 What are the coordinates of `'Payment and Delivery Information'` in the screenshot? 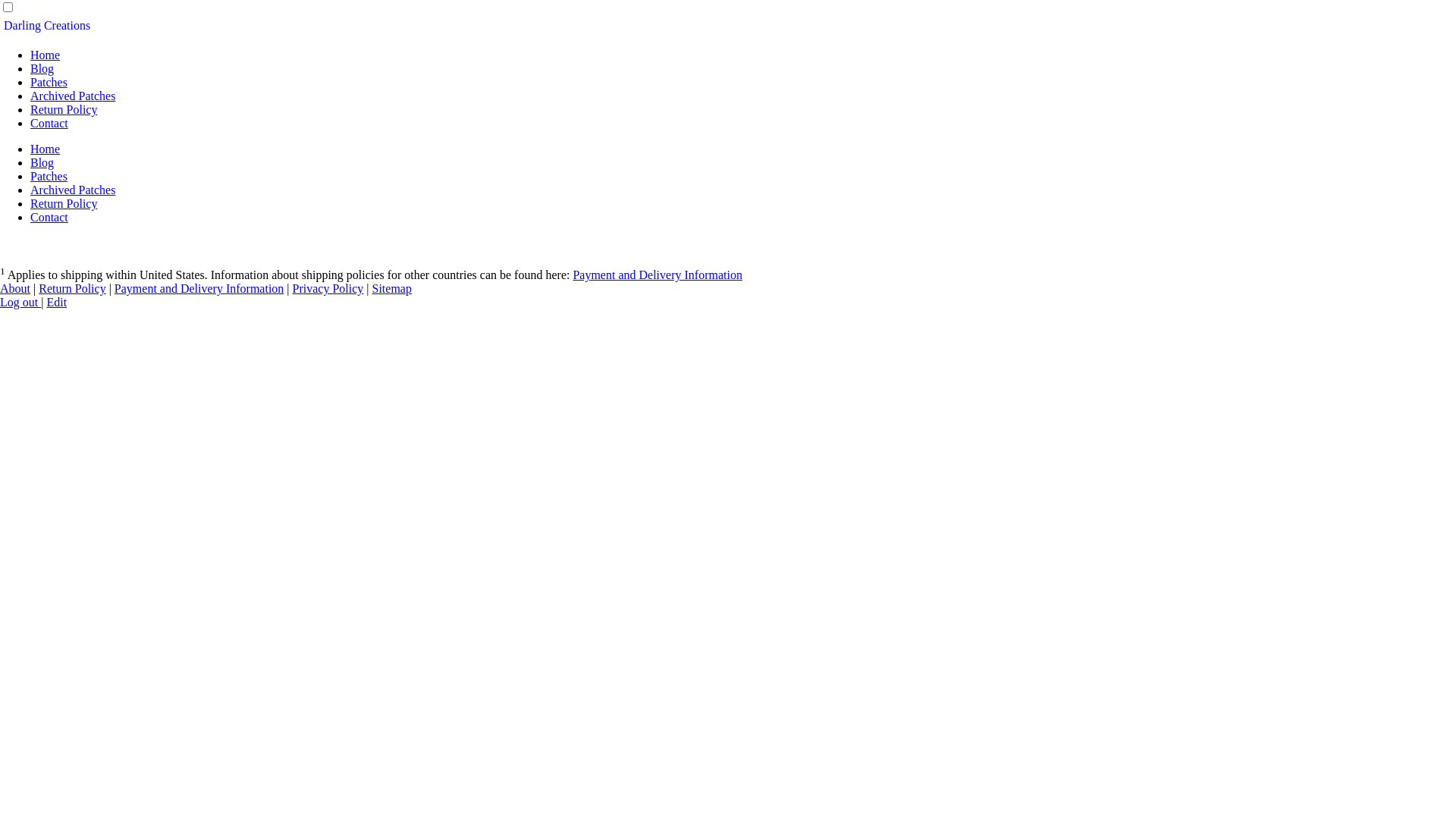 It's located at (113, 288).